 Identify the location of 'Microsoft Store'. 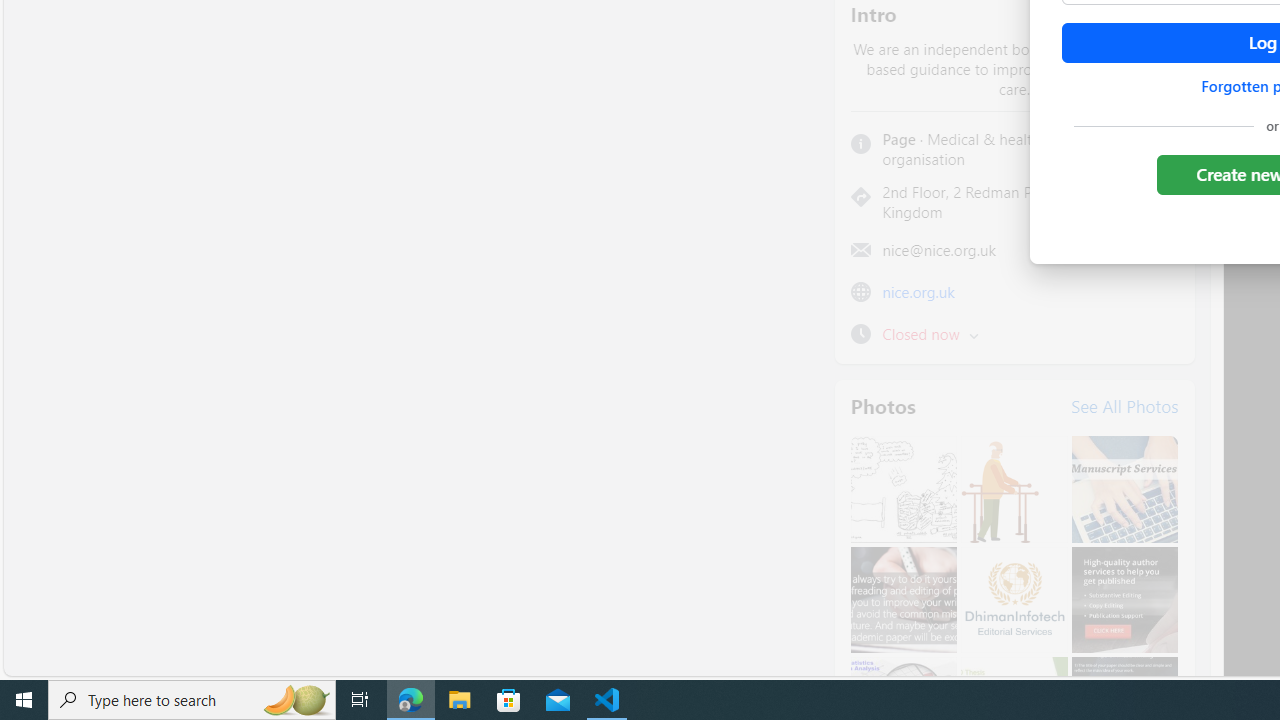
(509, 698).